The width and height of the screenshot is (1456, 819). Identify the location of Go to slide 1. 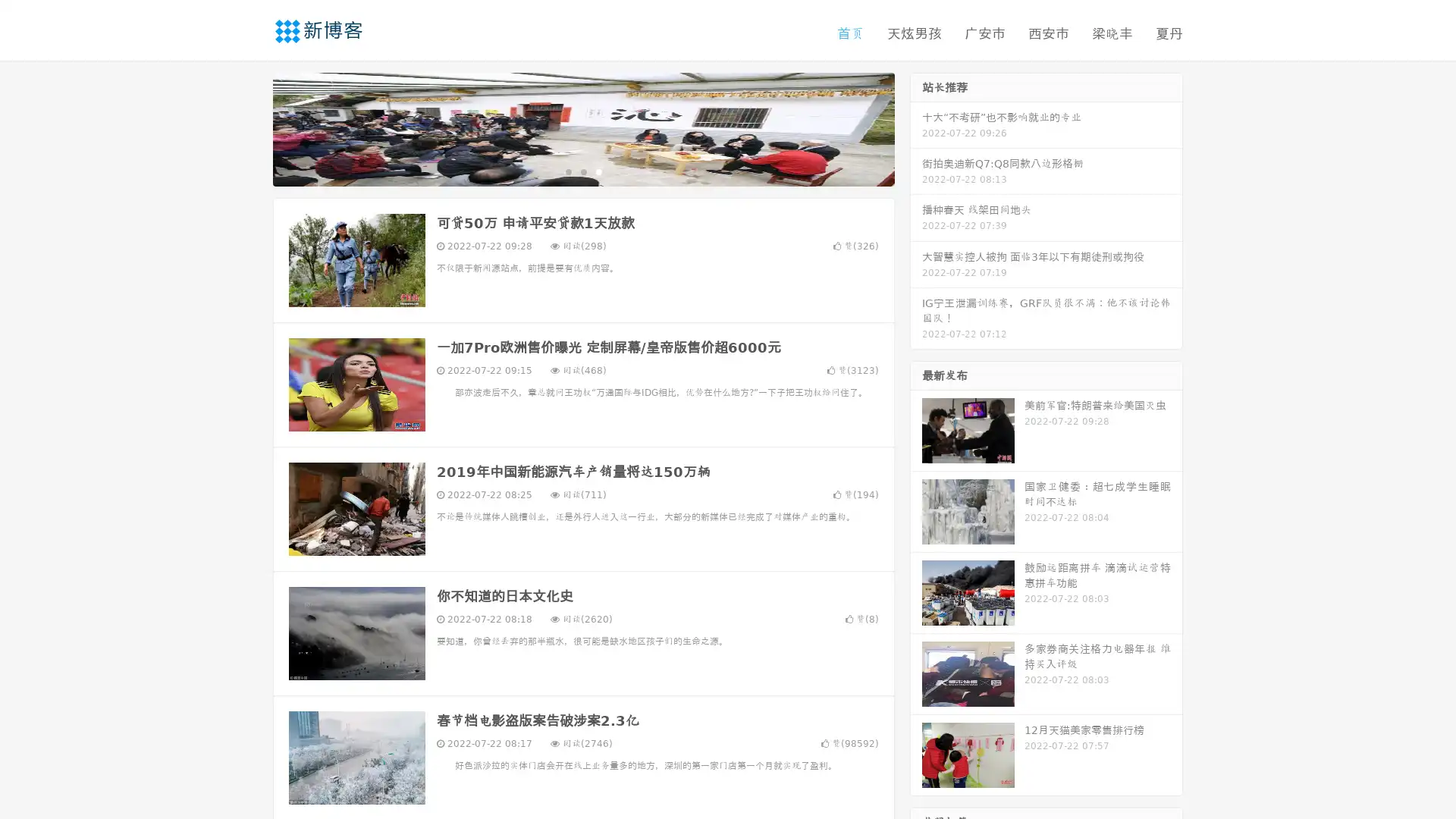
(567, 171).